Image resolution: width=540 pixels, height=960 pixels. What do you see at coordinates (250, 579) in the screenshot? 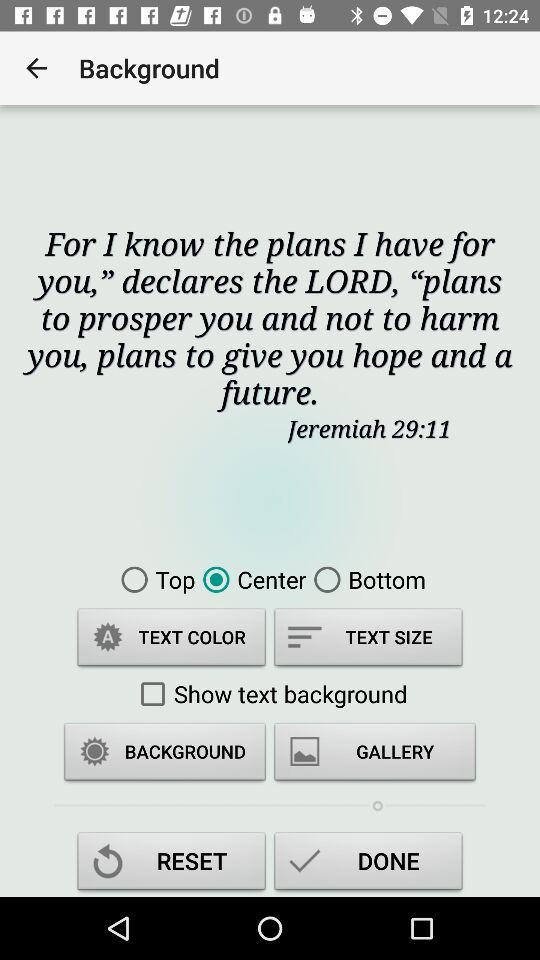
I see `icon to the right of the top item` at bounding box center [250, 579].